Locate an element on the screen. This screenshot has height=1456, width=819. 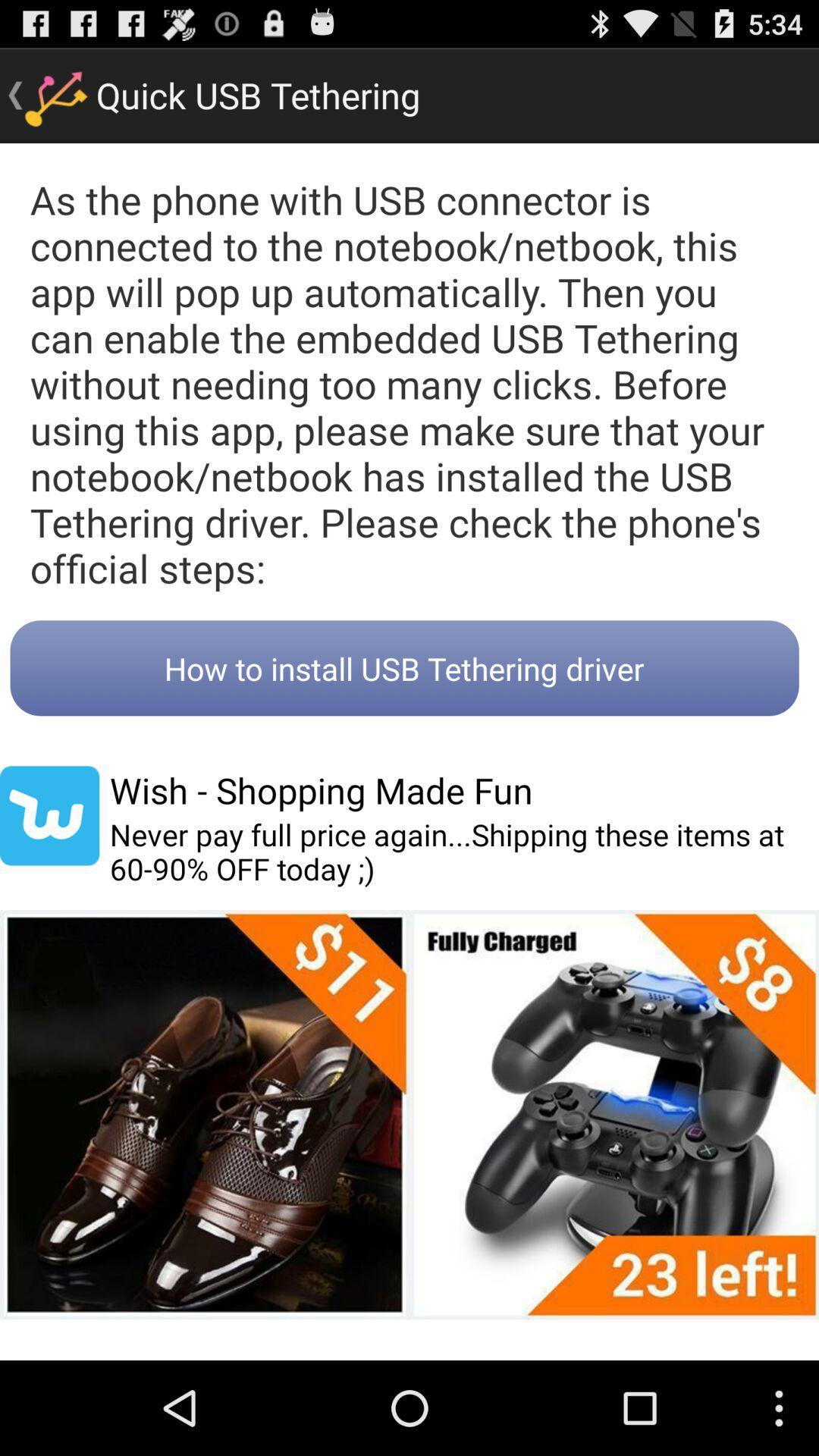
icon below as the phone icon is located at coordinates (403, 667).